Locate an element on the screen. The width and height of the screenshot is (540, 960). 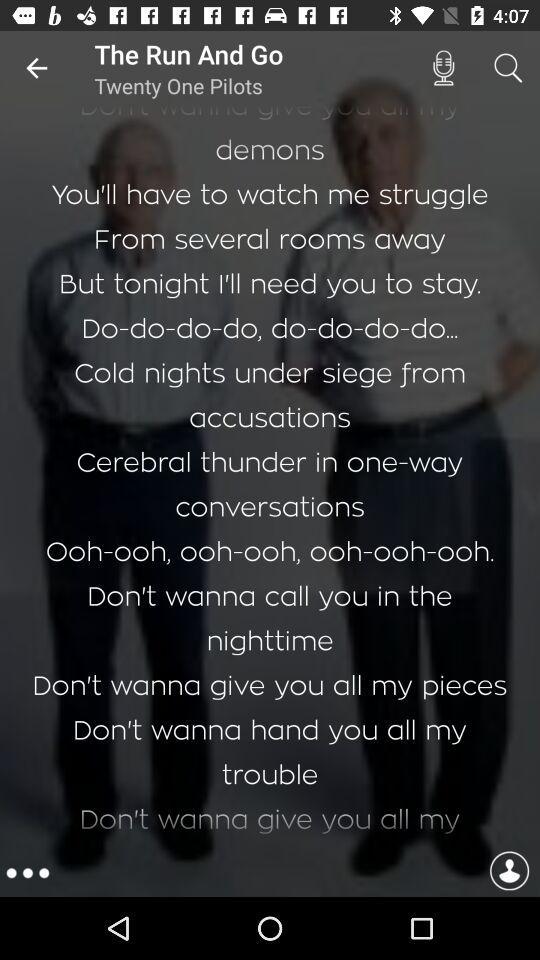
i can t is located at coordinates (270, 477).